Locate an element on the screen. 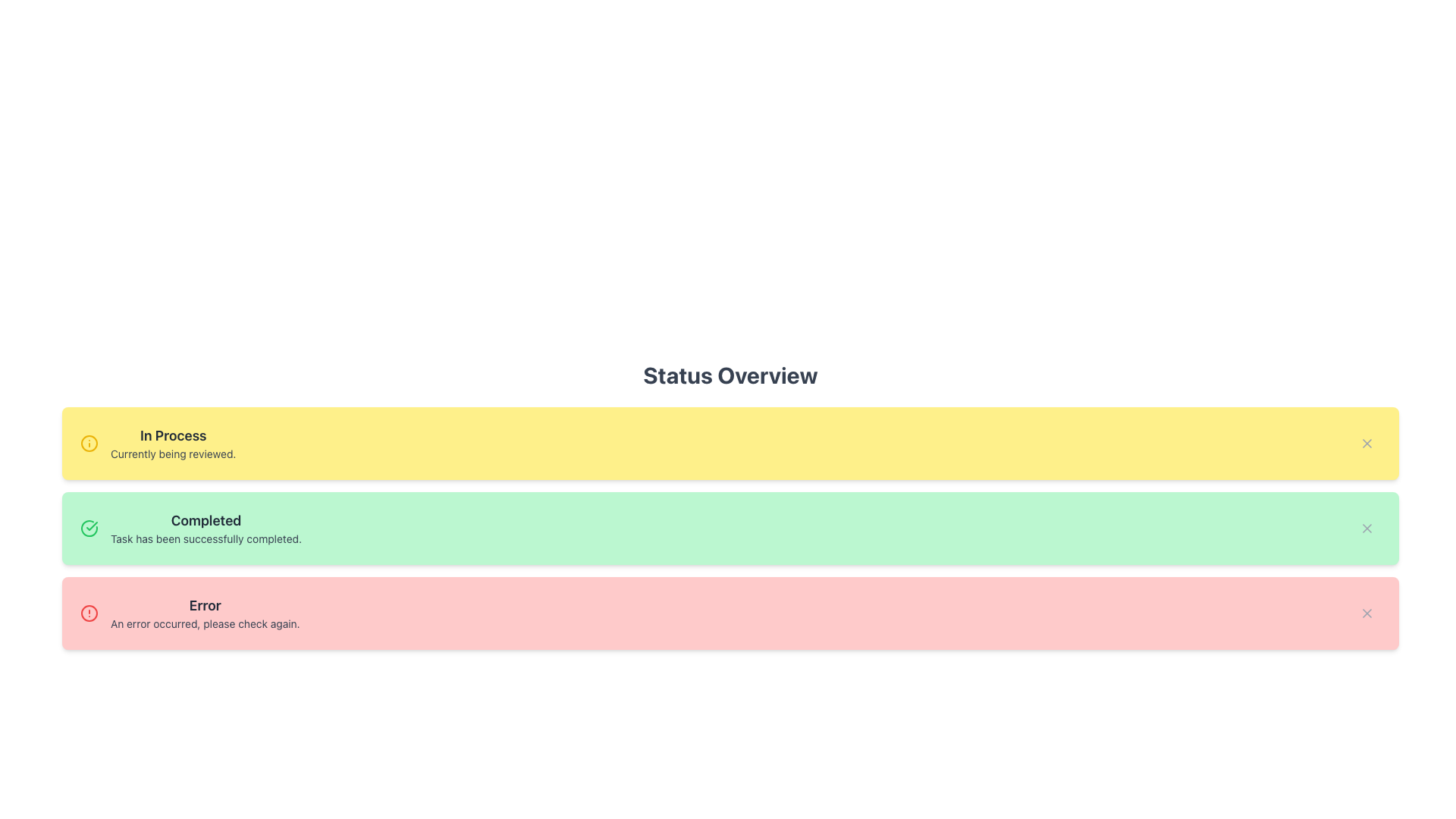  the error message text block located in the 'Error' message section, which is identified by its red background box on the left side of the last row of status sections is located at coordinates (189, 613).